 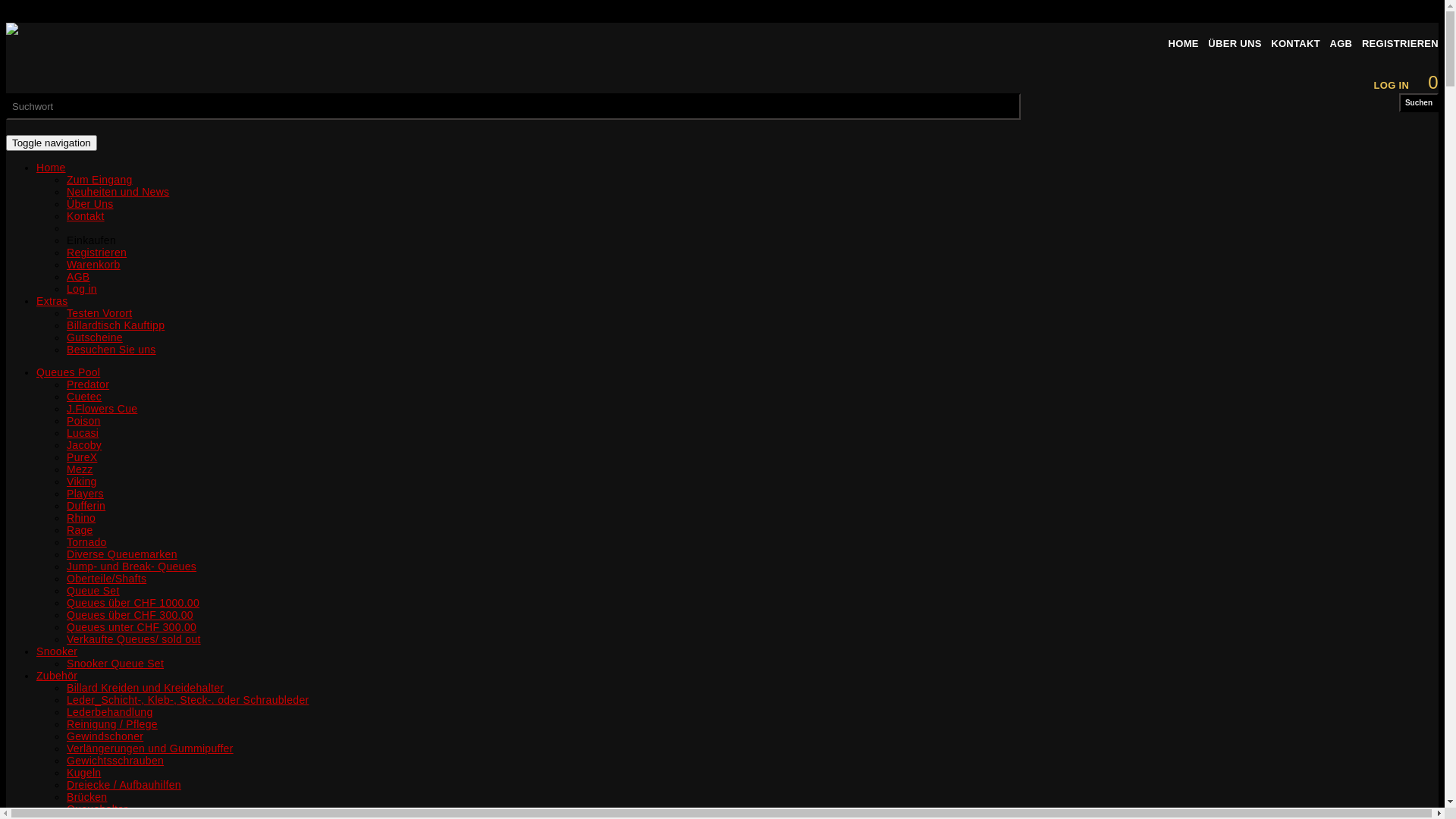 What do you see at coordinates (1294, 42) in the screenshot?
I see `'KONTAKT'` at bounding box center [1294, 42].